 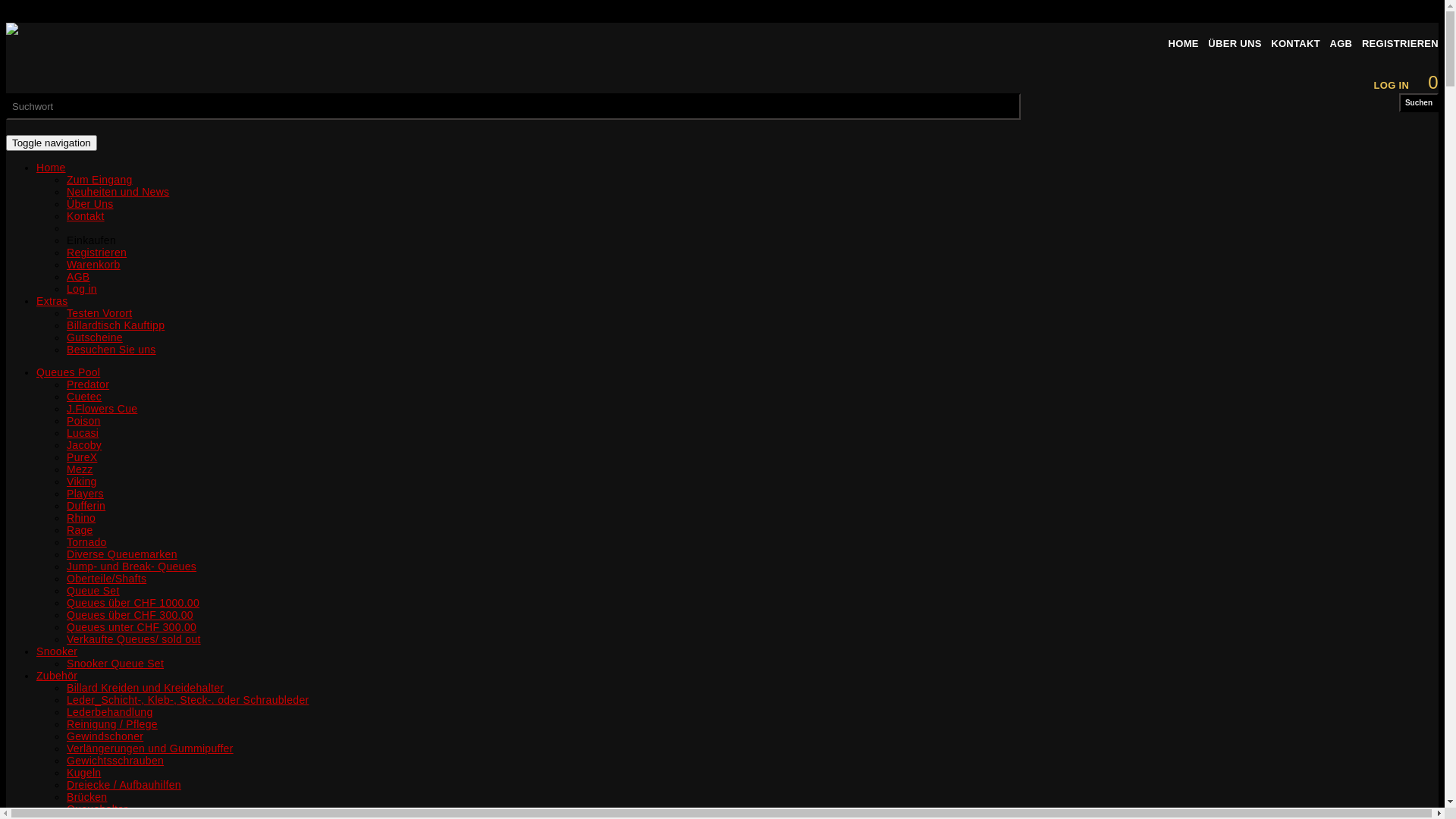 What do you see at coordinates (1294, 42) in the screenshot?
I see `'KONTAKT'` at bounding box center [1294, 42].